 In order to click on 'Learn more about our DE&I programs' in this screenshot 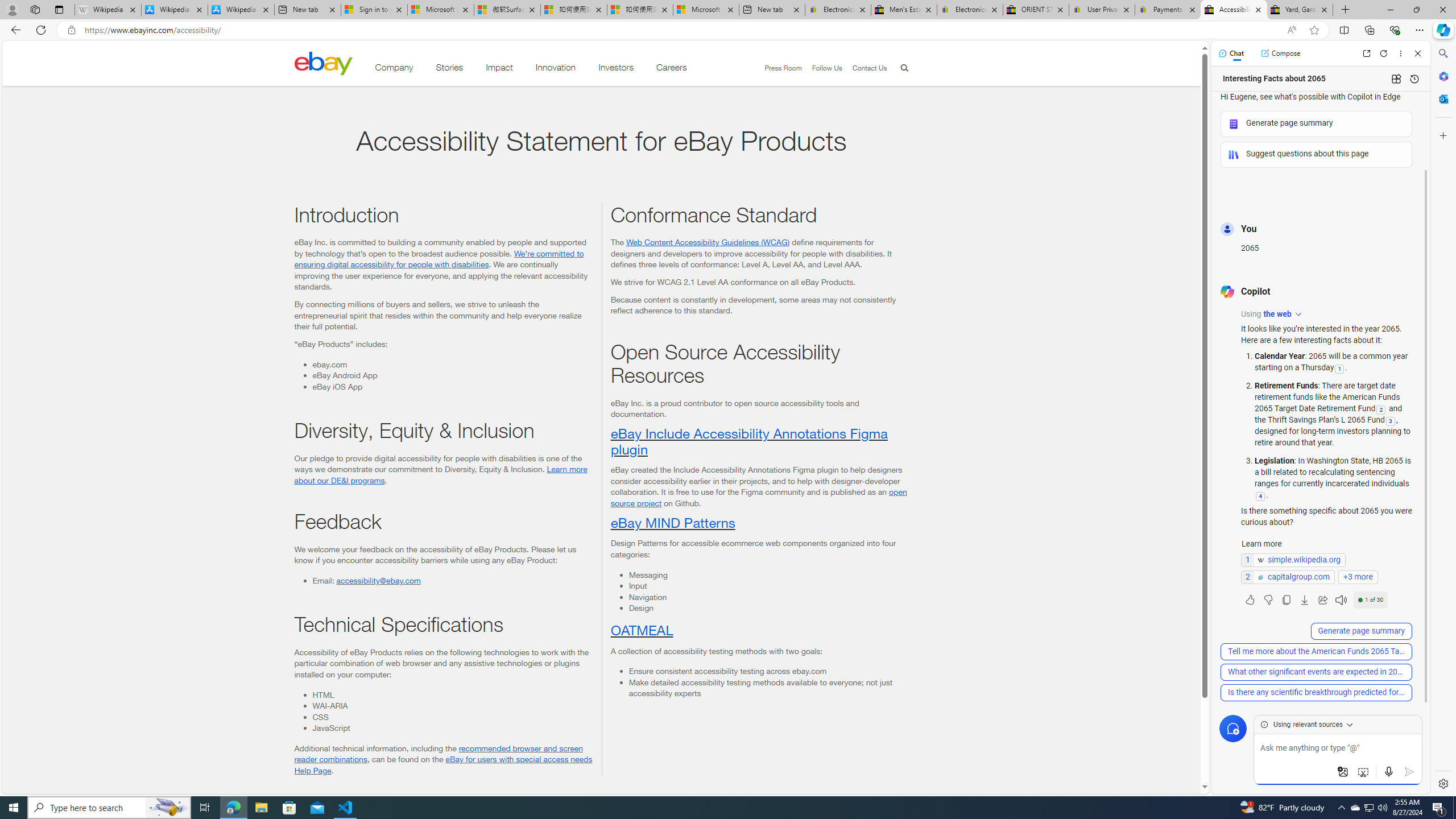, I will do `click(440, 474)`.